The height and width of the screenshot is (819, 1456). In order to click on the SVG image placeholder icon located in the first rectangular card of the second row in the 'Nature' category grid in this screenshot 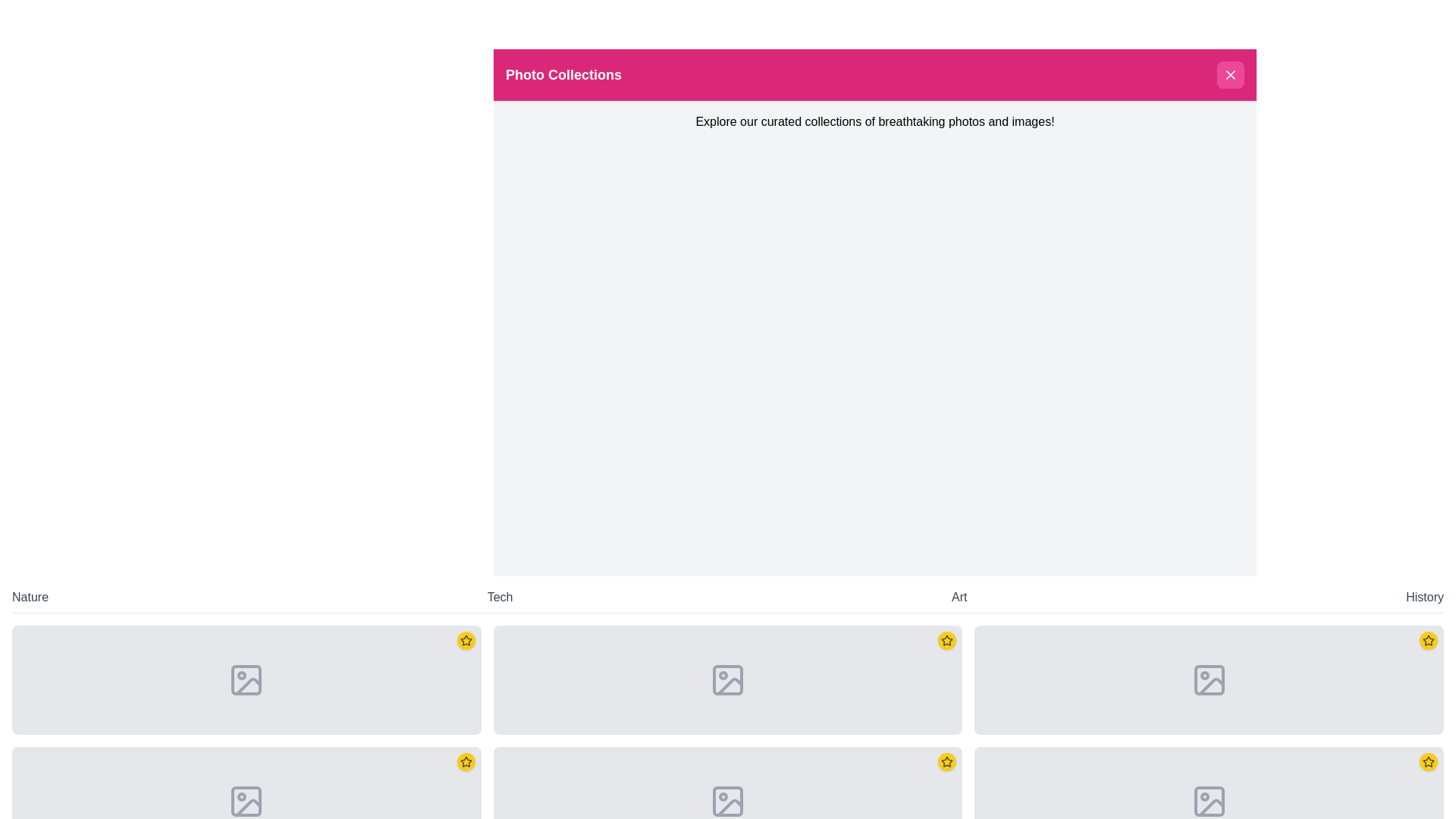, I will do `click(246, 679)`.